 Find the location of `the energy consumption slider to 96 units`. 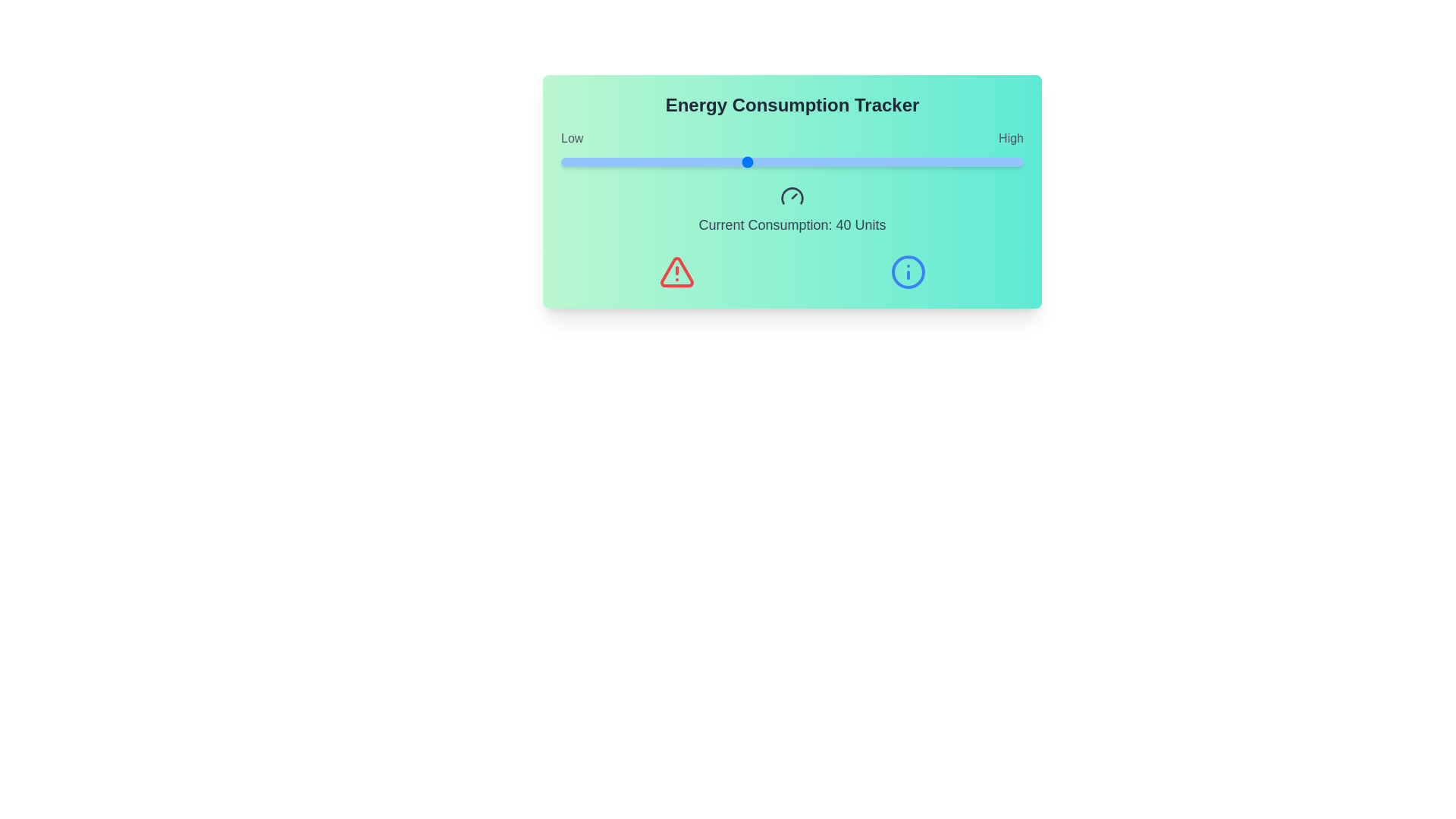

the energy consumption slider to 96 units is located at coordinates (1005, 162).